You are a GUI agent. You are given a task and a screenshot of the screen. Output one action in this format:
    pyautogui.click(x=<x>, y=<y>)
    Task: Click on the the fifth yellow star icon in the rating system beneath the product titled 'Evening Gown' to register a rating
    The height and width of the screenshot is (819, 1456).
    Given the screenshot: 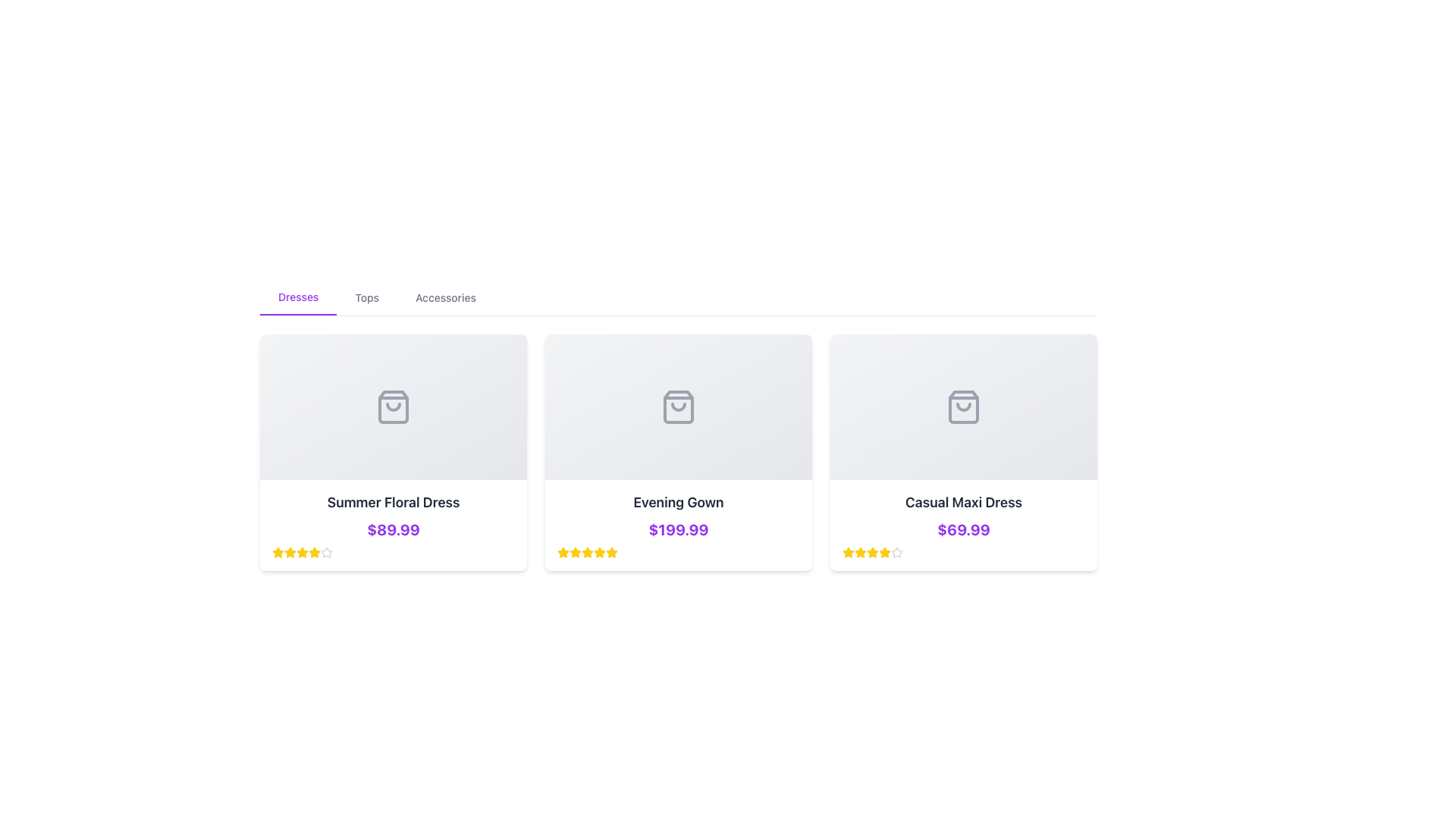 What is the action you would take?
    pyautogui.click(x=611, y=552)
    